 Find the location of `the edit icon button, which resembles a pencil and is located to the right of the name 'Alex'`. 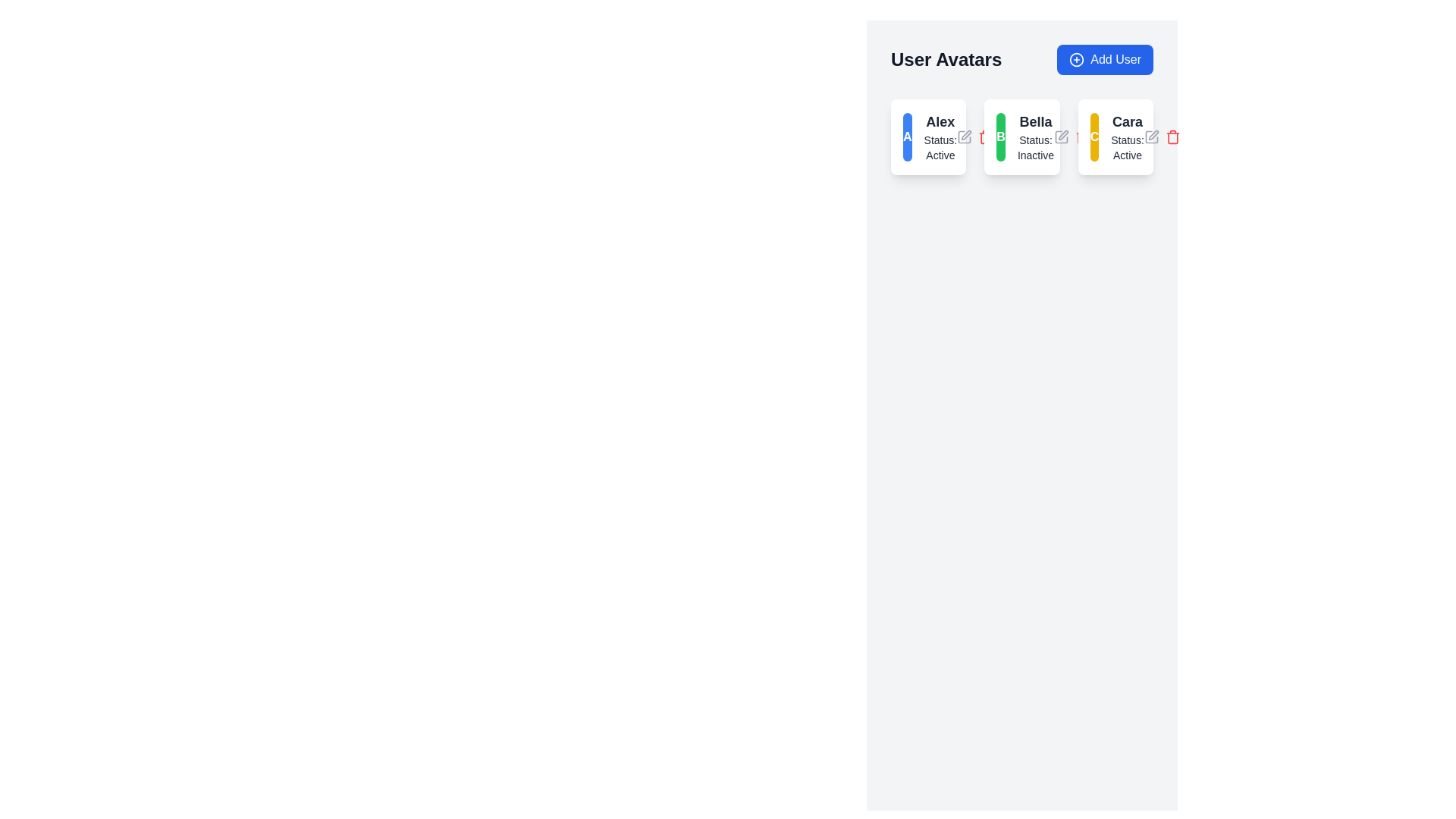

the edit icon button, which resembles a pencil and is located to the right of the name 'Alex' is located at coordinates (964, 137).